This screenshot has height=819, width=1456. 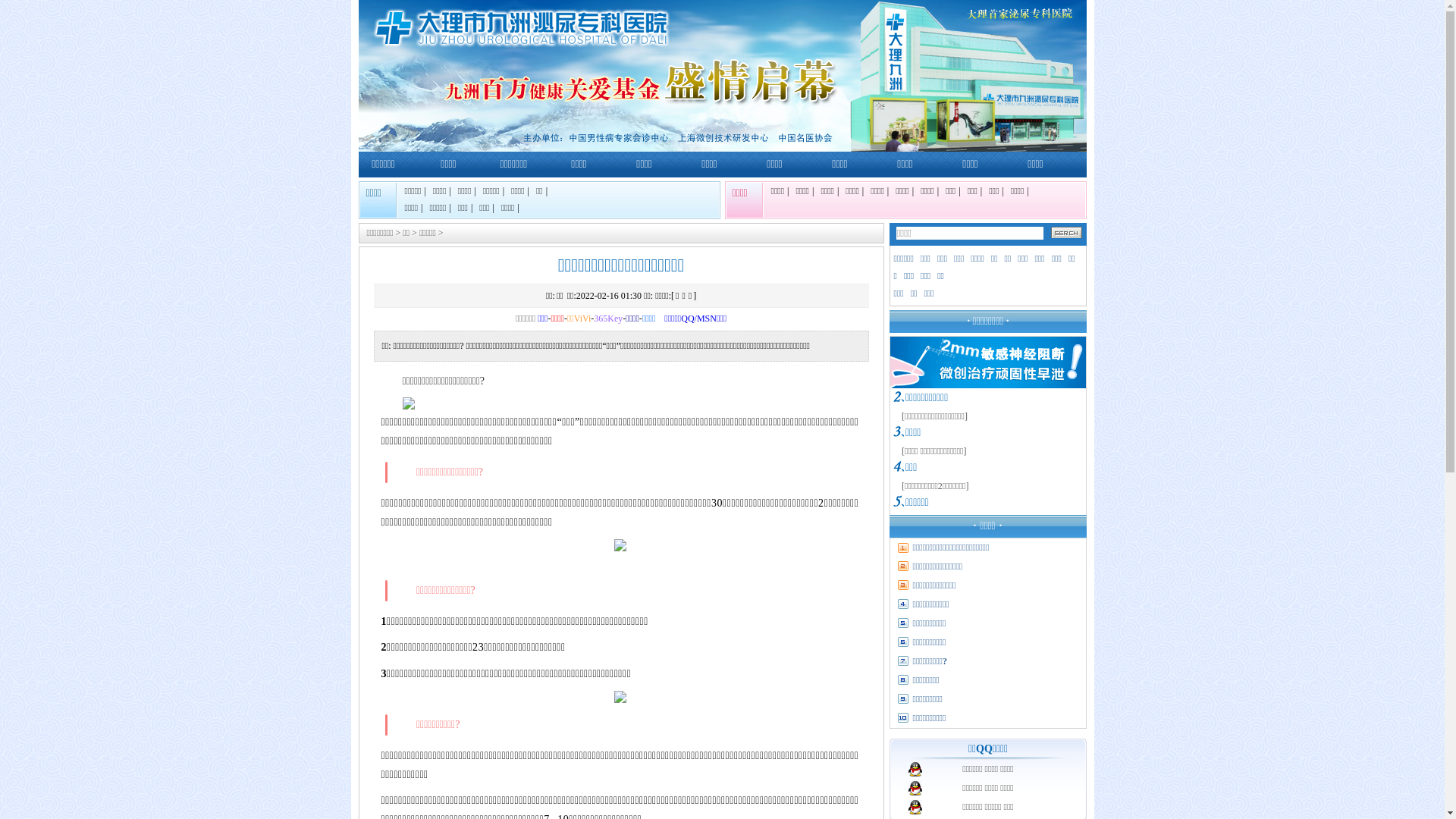 I want to click on '365Key', so click(x=607, y=318).